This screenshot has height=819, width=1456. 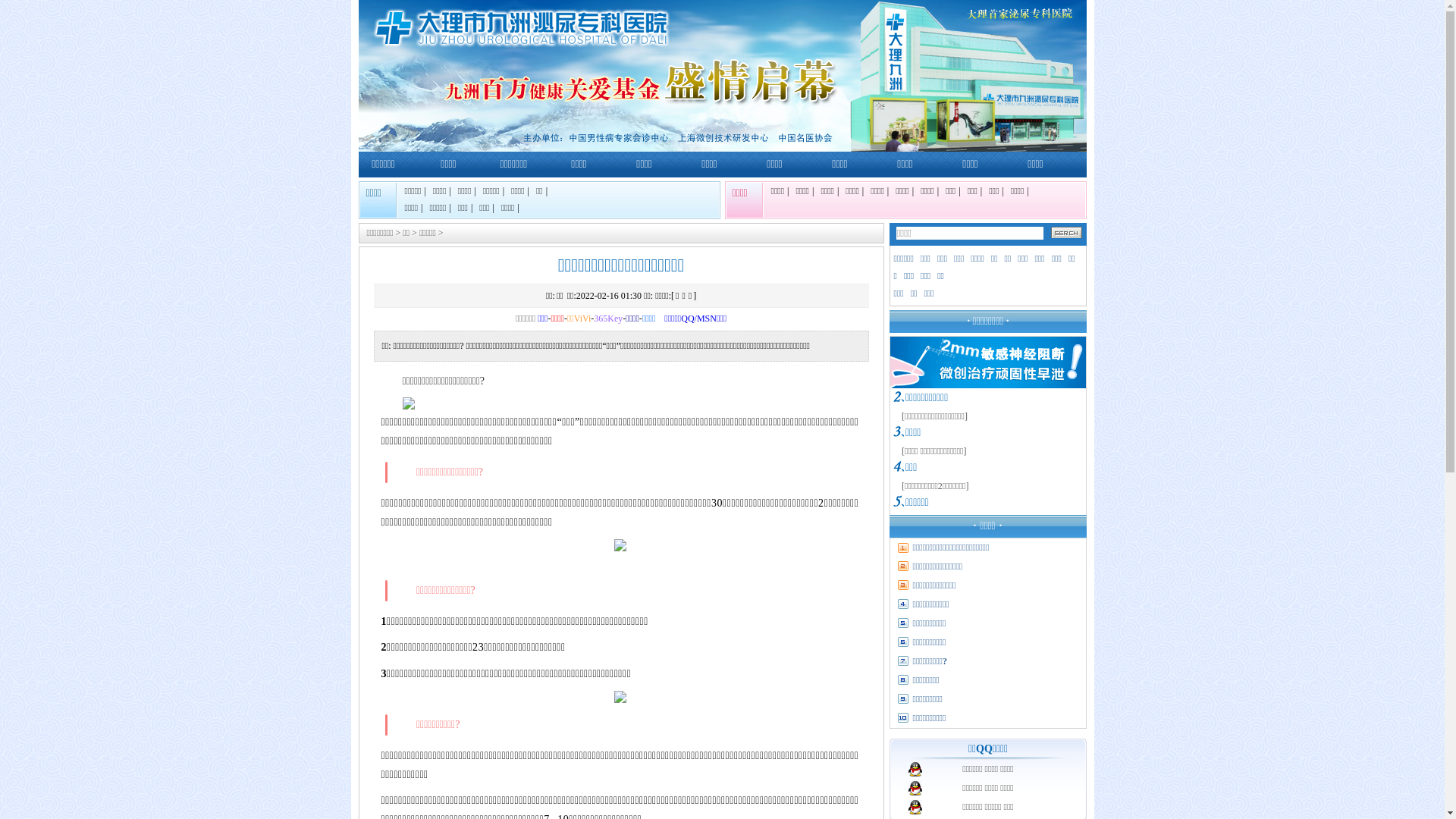 I want to click on '365Key', so click(x=607, y=318).